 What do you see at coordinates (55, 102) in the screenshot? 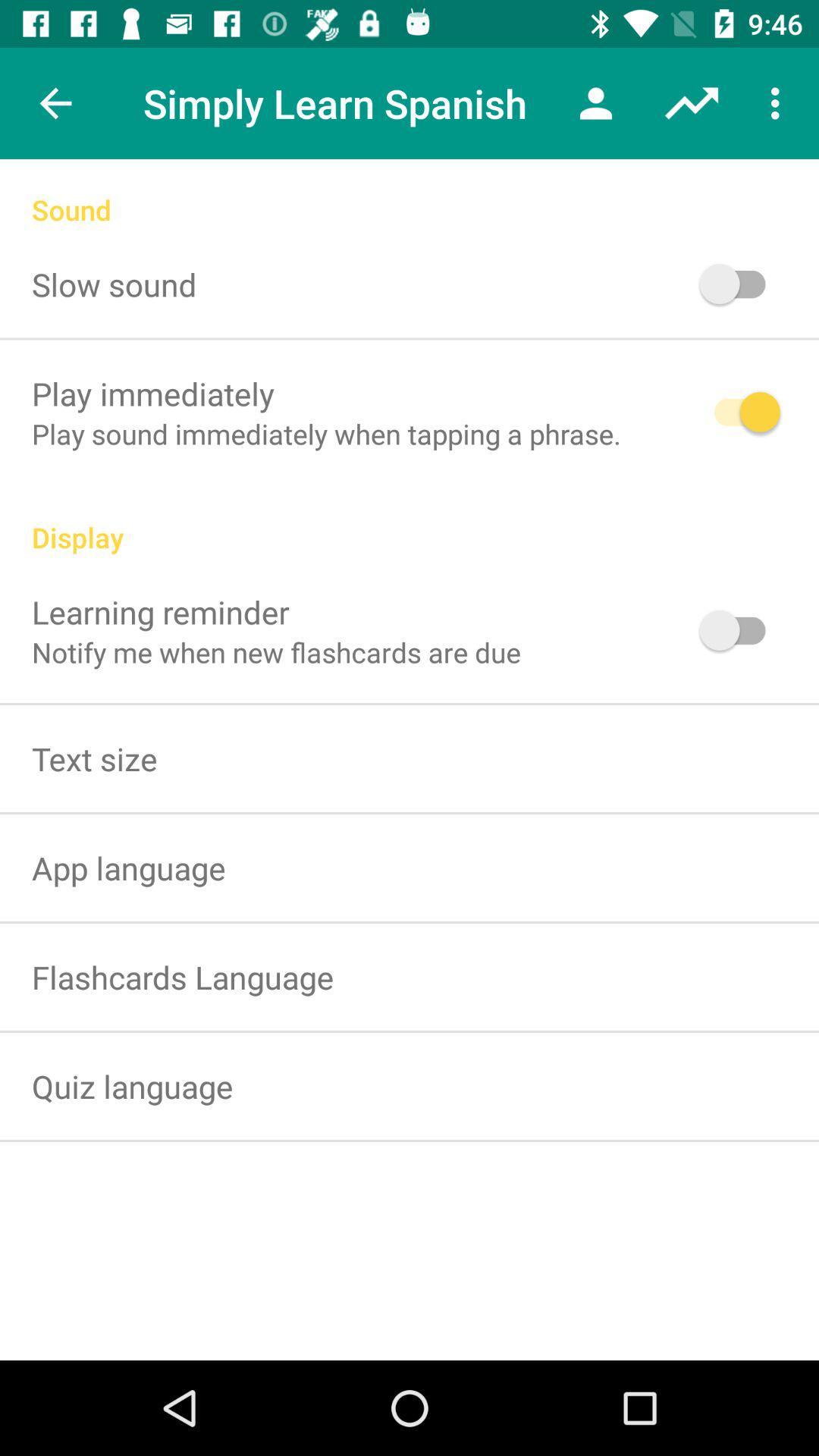
I see `the icon above sound item` at bounding box center [55, 102].